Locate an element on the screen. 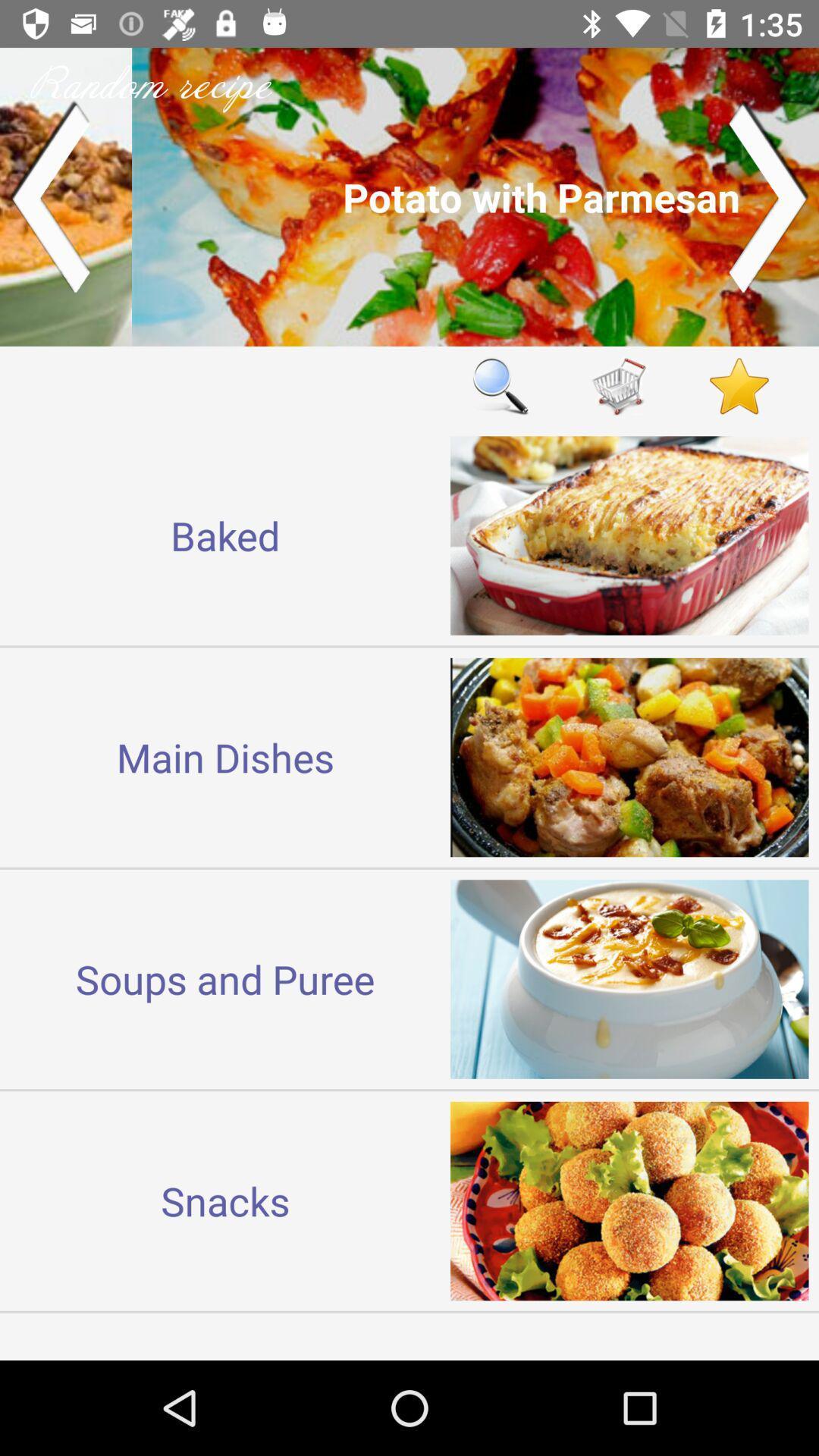 This screenshot has height=1456, width=819. baked item is located at coordinates (225, 535).